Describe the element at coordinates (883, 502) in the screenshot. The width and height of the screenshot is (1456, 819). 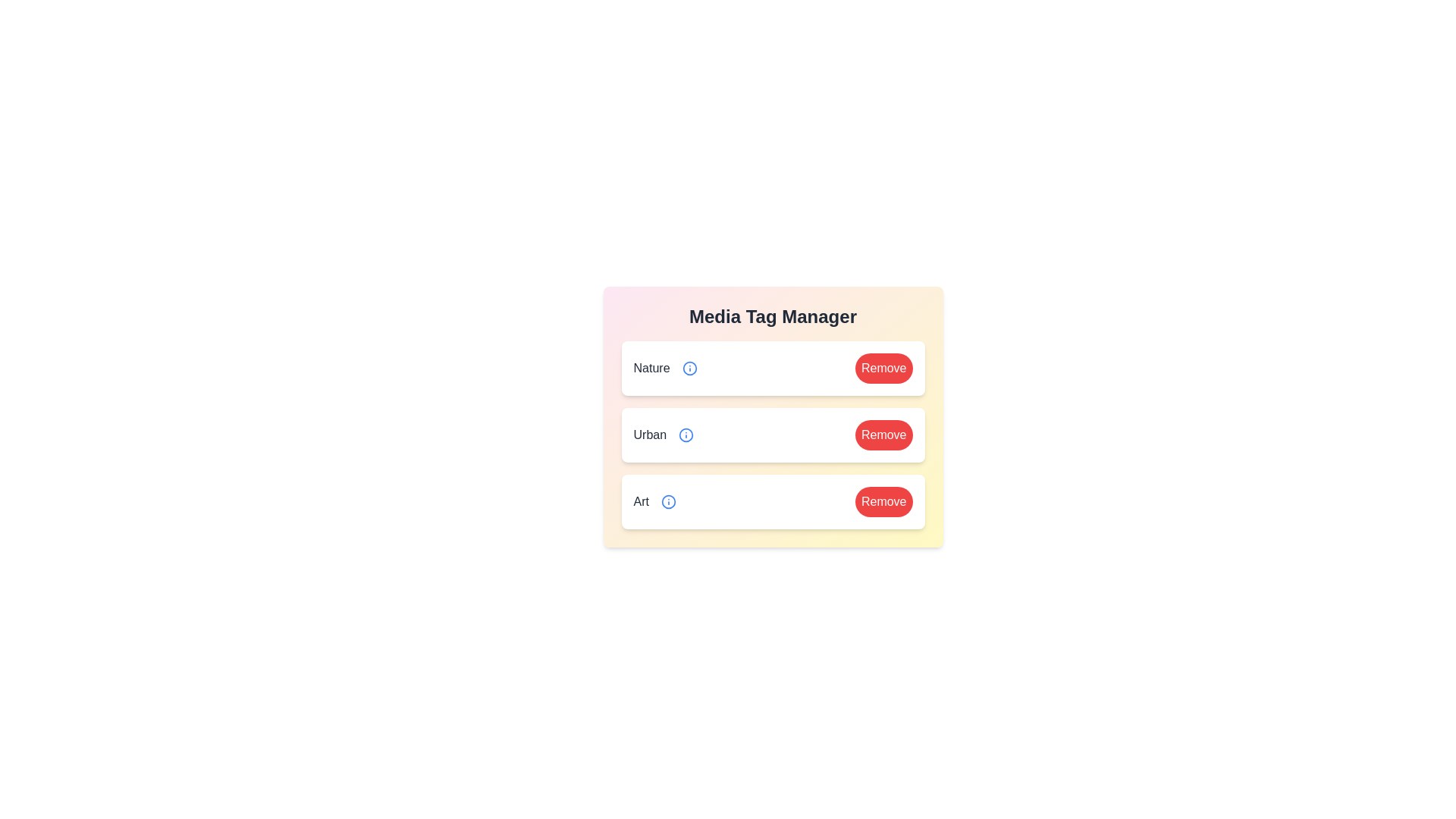
I see `'Remove' button for the tag Art` at that location.